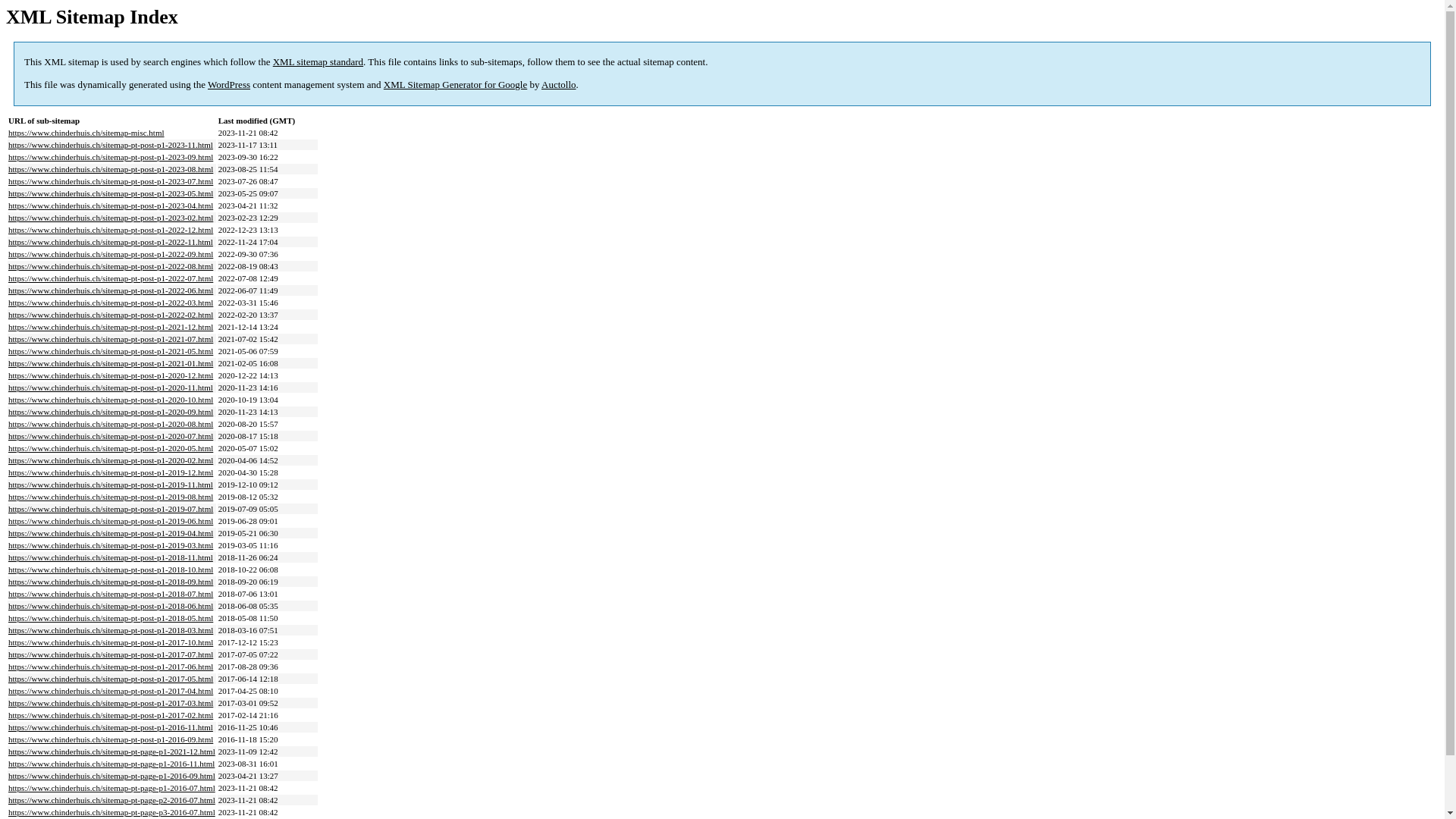 The height and width of the screenshot is (819, 1456). I want to click on 'https://www.chinderhuis.ch/sitemap-pt-post-p1-2020-05.html', so click(109, 447).